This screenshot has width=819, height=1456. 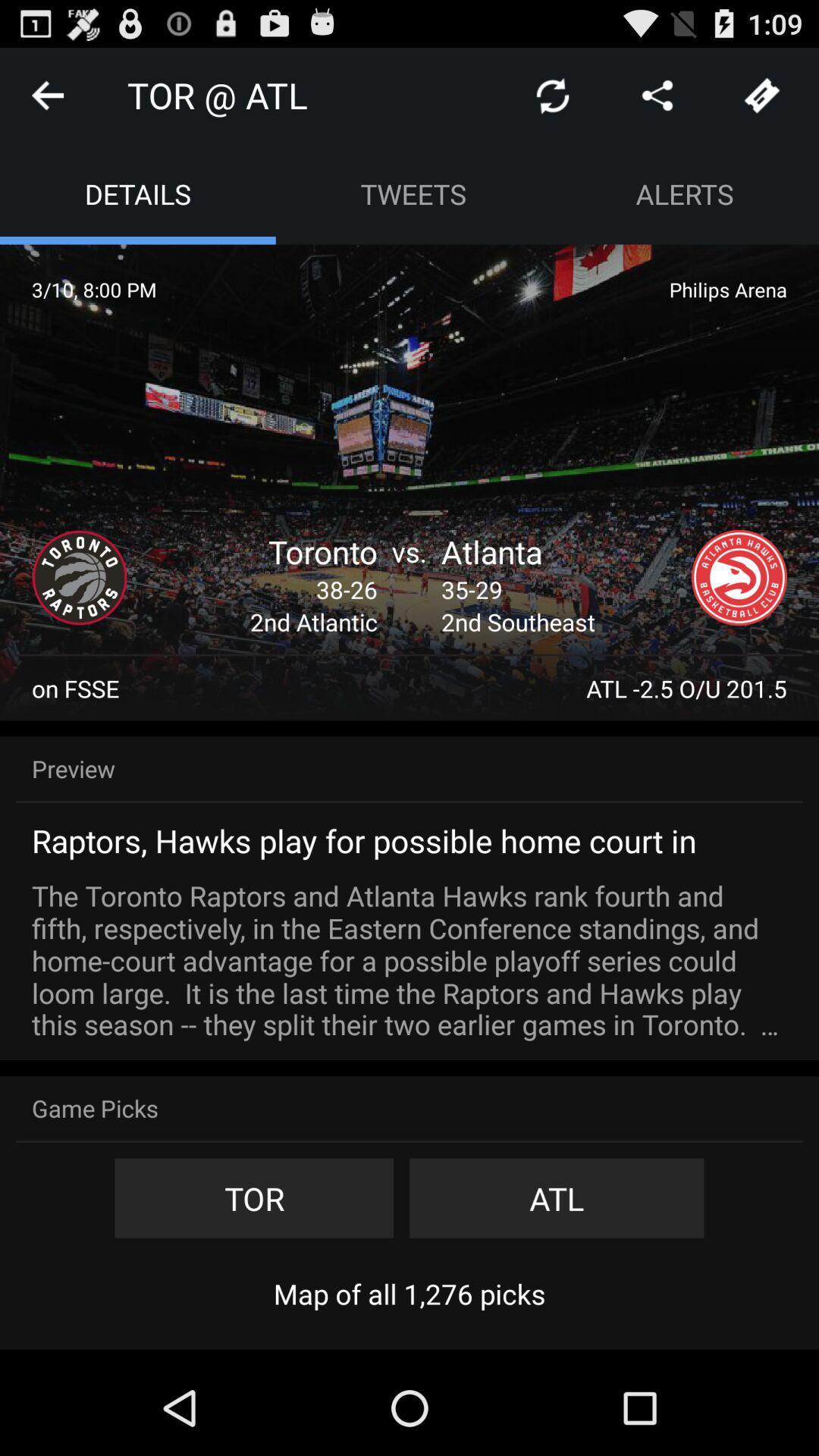 What do you see at coordinates (739, 577) in the screenshot?
I see `team news` at bounding box center [739, 577].